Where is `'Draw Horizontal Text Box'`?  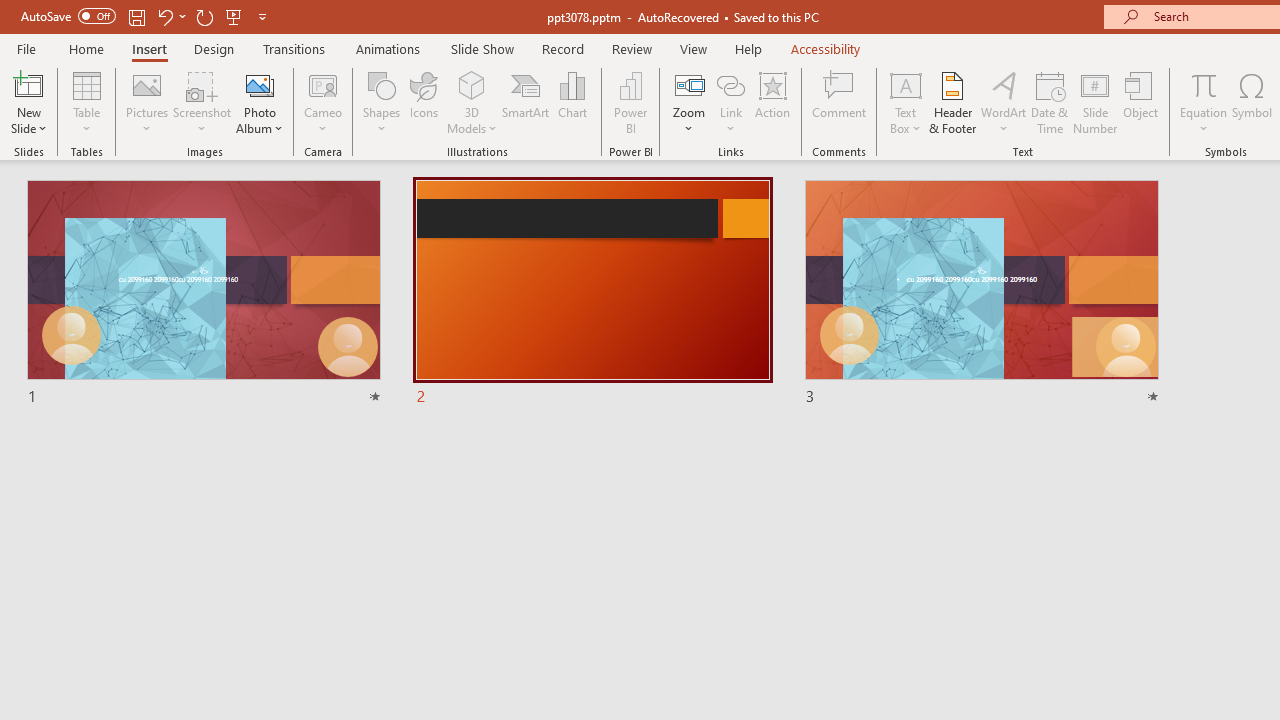 'Draw Horizontal Text Box' is located at coordinates (904, 84).